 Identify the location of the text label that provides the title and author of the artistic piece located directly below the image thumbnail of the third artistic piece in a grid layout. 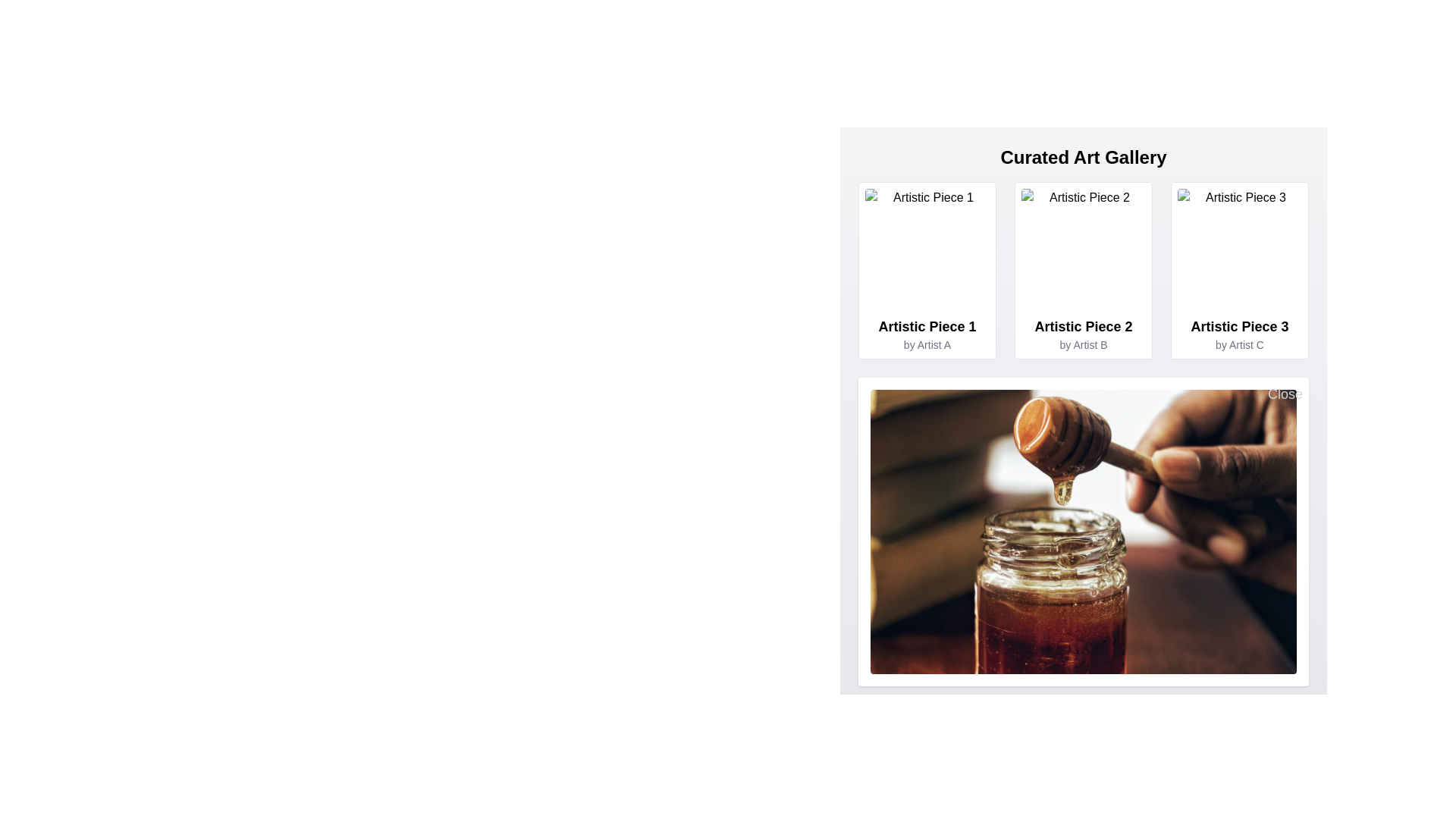
(1240, 333).